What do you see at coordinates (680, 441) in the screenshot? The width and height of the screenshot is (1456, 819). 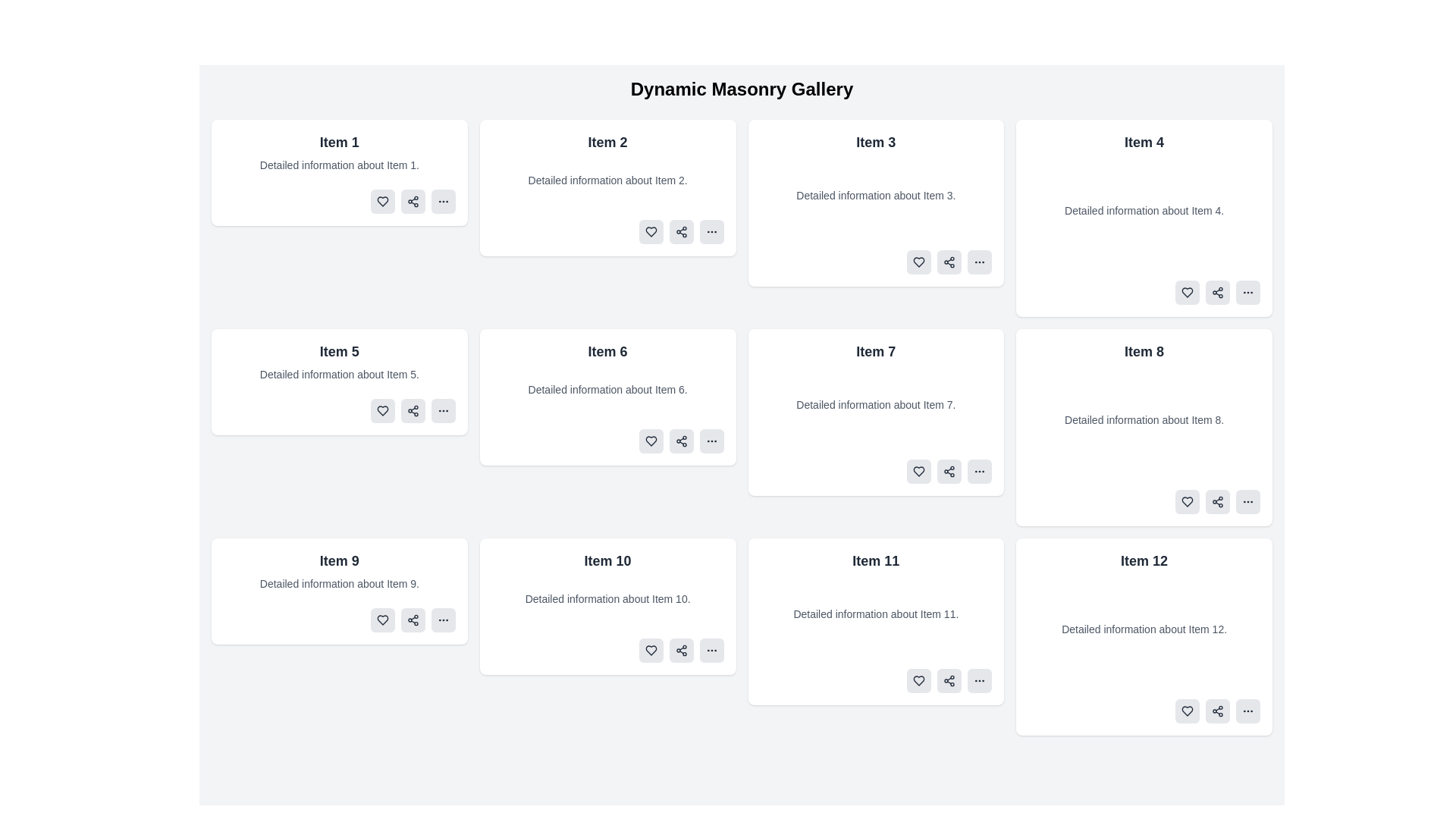 I see `the 'share' icon, which is the second icon from the left in the bottom action bar of the card labeled 'Item 6'` at bounding box center [680, 441].